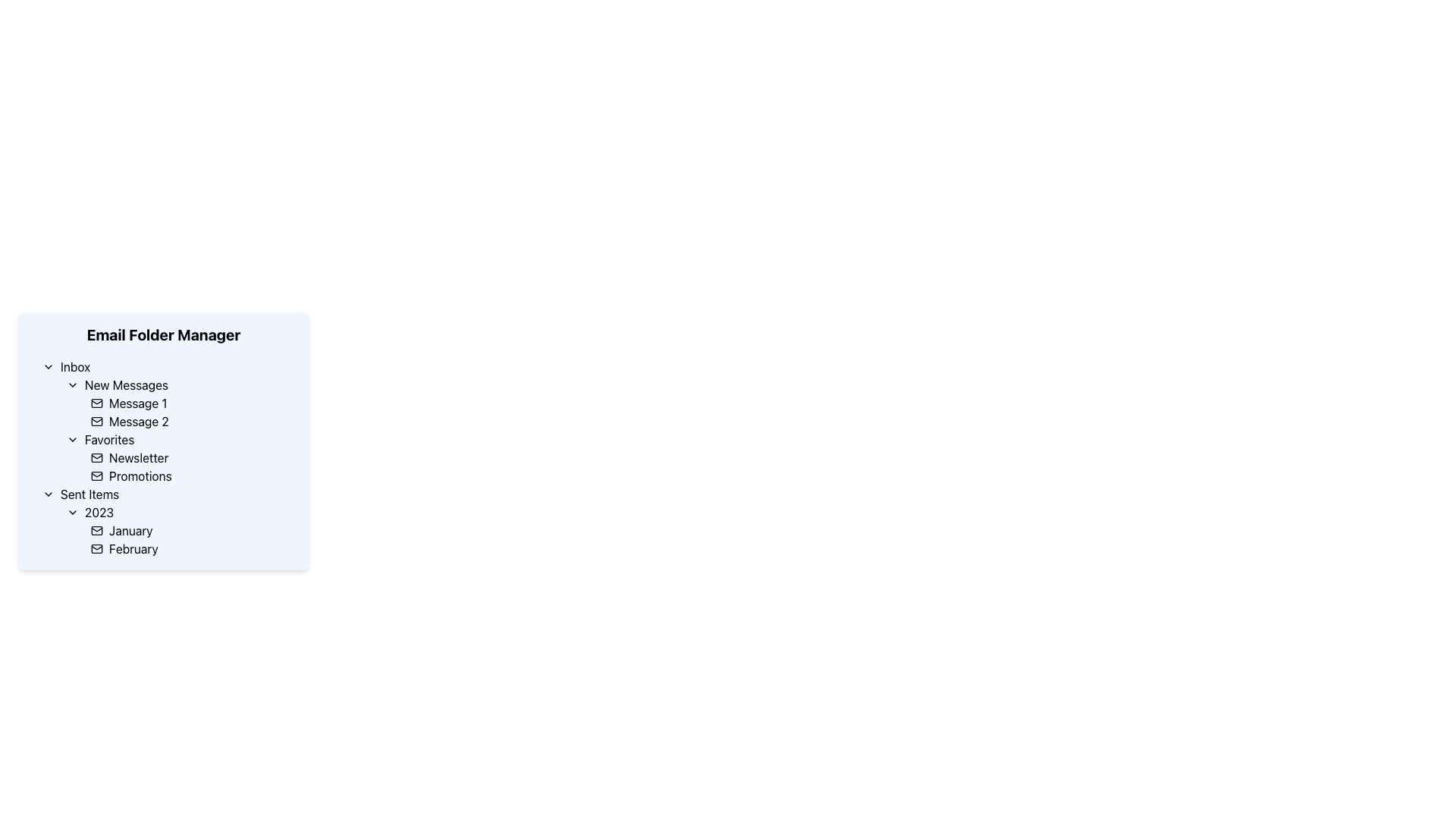 The width and height of the screenshot is (1456, 819). I want to click on the static text label displaying 'Message 2' located under the 'Inbox' folder in the 'New Messages' subsection, so click(139, 421).